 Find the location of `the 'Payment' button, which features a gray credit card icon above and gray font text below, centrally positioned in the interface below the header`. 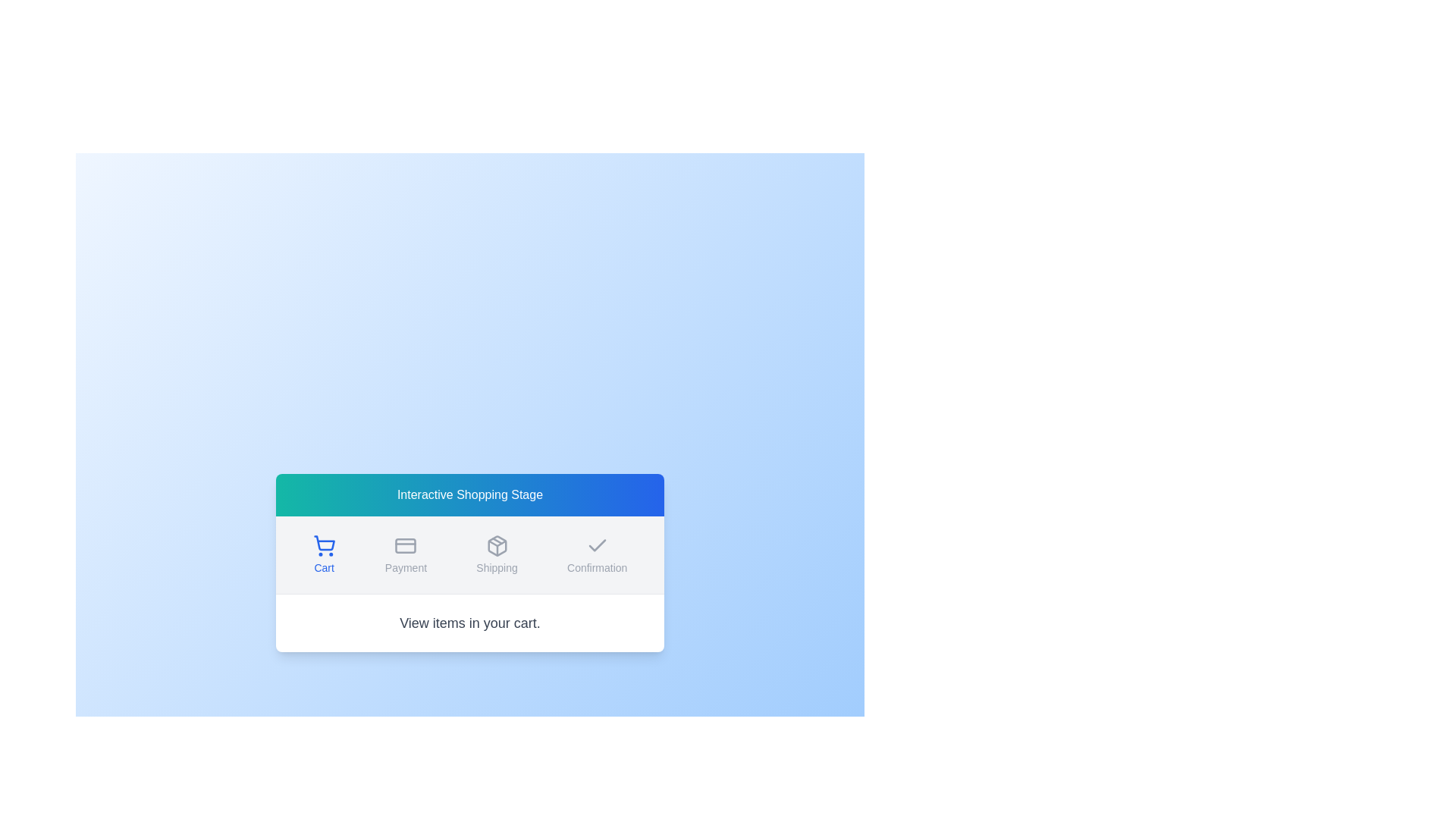

the 'Payment' button, which features a gray credit card icon above and gray font text below, centrally positioned in the interface below the header is located at coordinates (406, 554).